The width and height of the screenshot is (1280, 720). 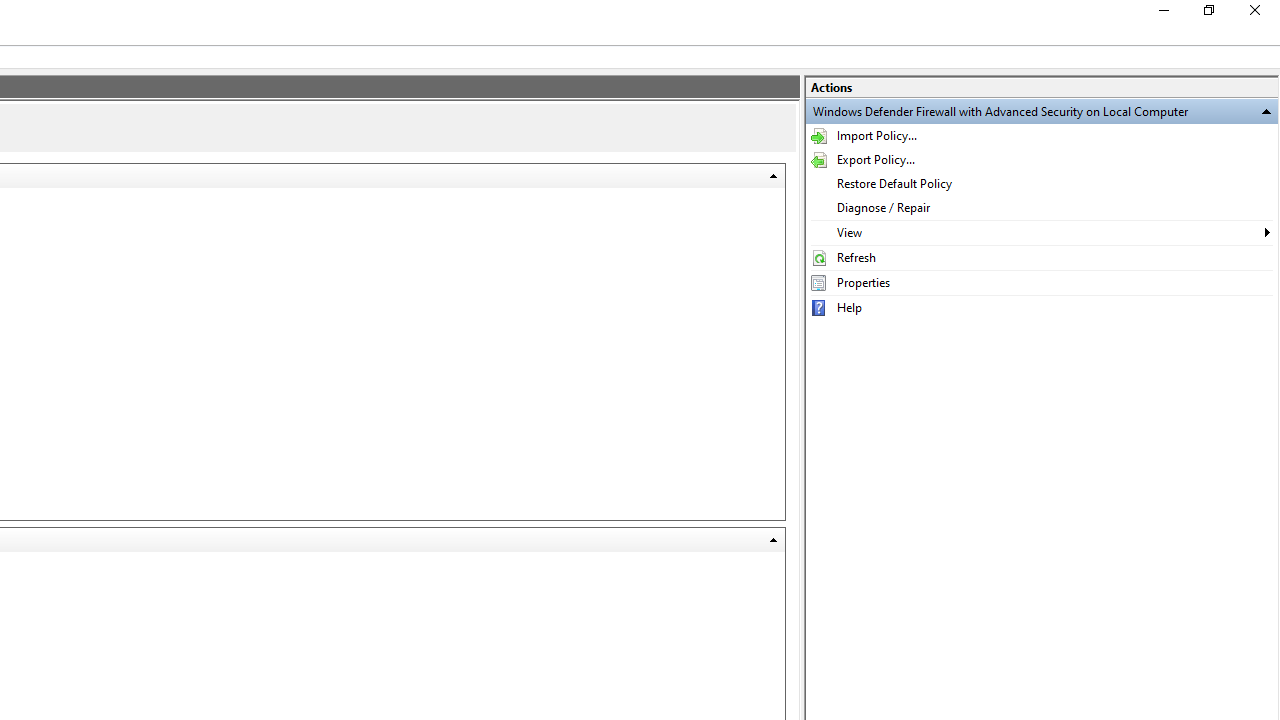 I want to click on 'Import Policy...', so click(x=1040, y=135).